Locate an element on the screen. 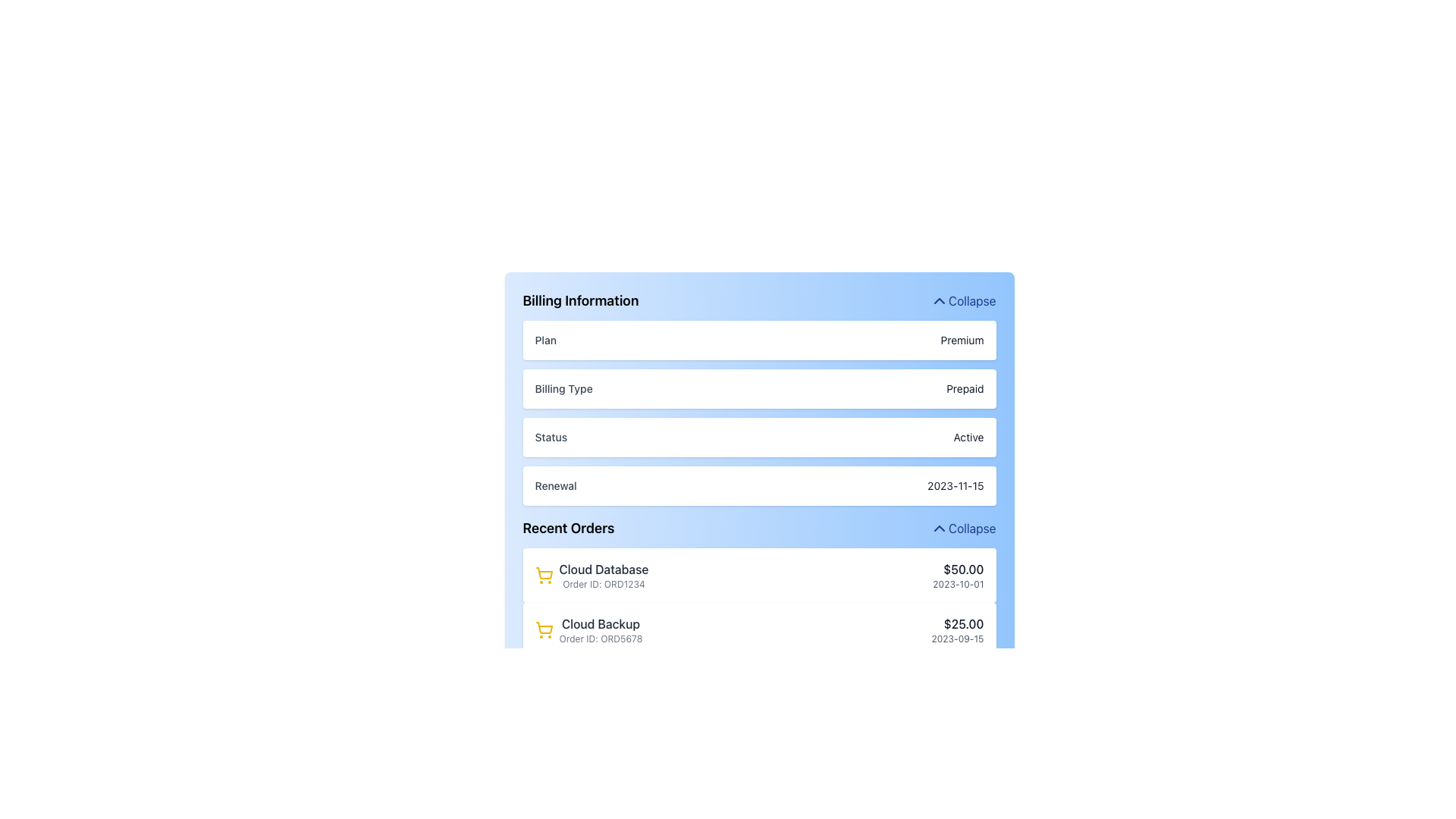  the static text element stating 'Order ID: ORD5678', which is located beneath the title 'Cloud Backup' in the 'Recent Orders' panel is located at coordinates (600, 639).